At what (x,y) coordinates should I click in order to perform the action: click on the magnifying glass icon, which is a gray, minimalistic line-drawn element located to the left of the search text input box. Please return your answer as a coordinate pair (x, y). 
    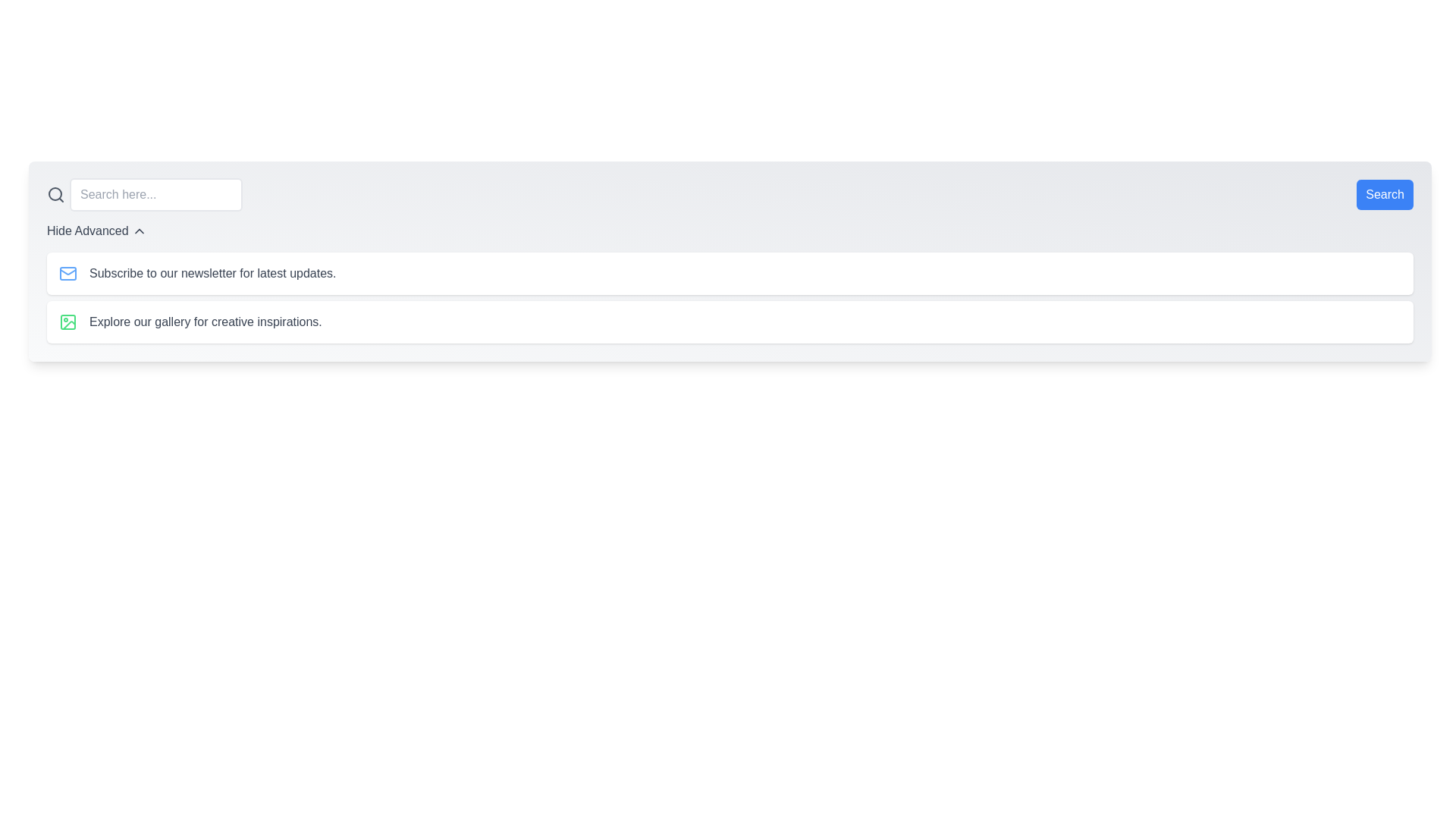
    Looking at the image, I should click on (55, 194).